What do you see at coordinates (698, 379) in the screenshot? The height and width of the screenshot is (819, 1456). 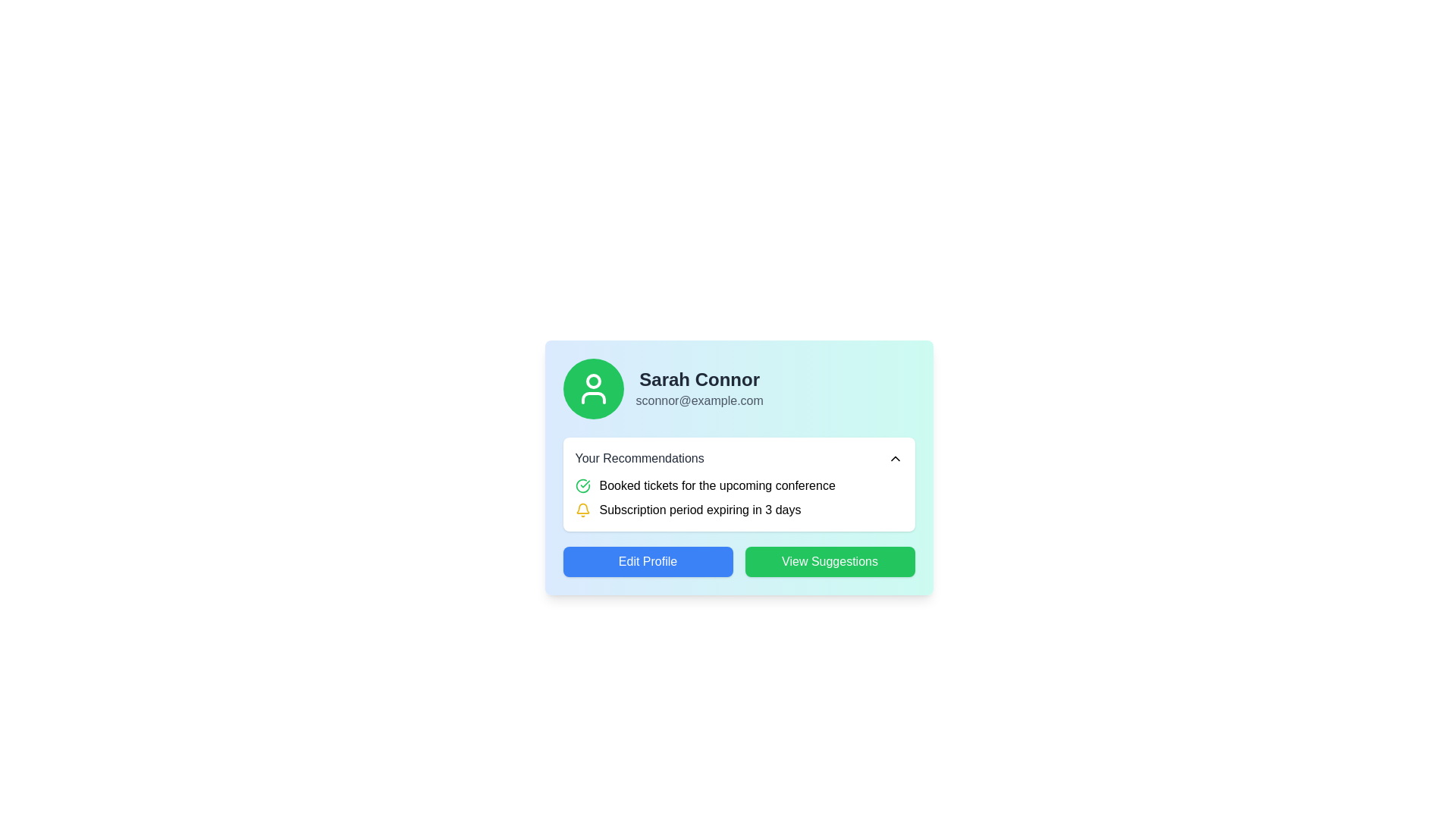 I see `text label displaying the user's name located at the top of the profile card interface, just below the profile picture icon` at bounding box center [698, 379].